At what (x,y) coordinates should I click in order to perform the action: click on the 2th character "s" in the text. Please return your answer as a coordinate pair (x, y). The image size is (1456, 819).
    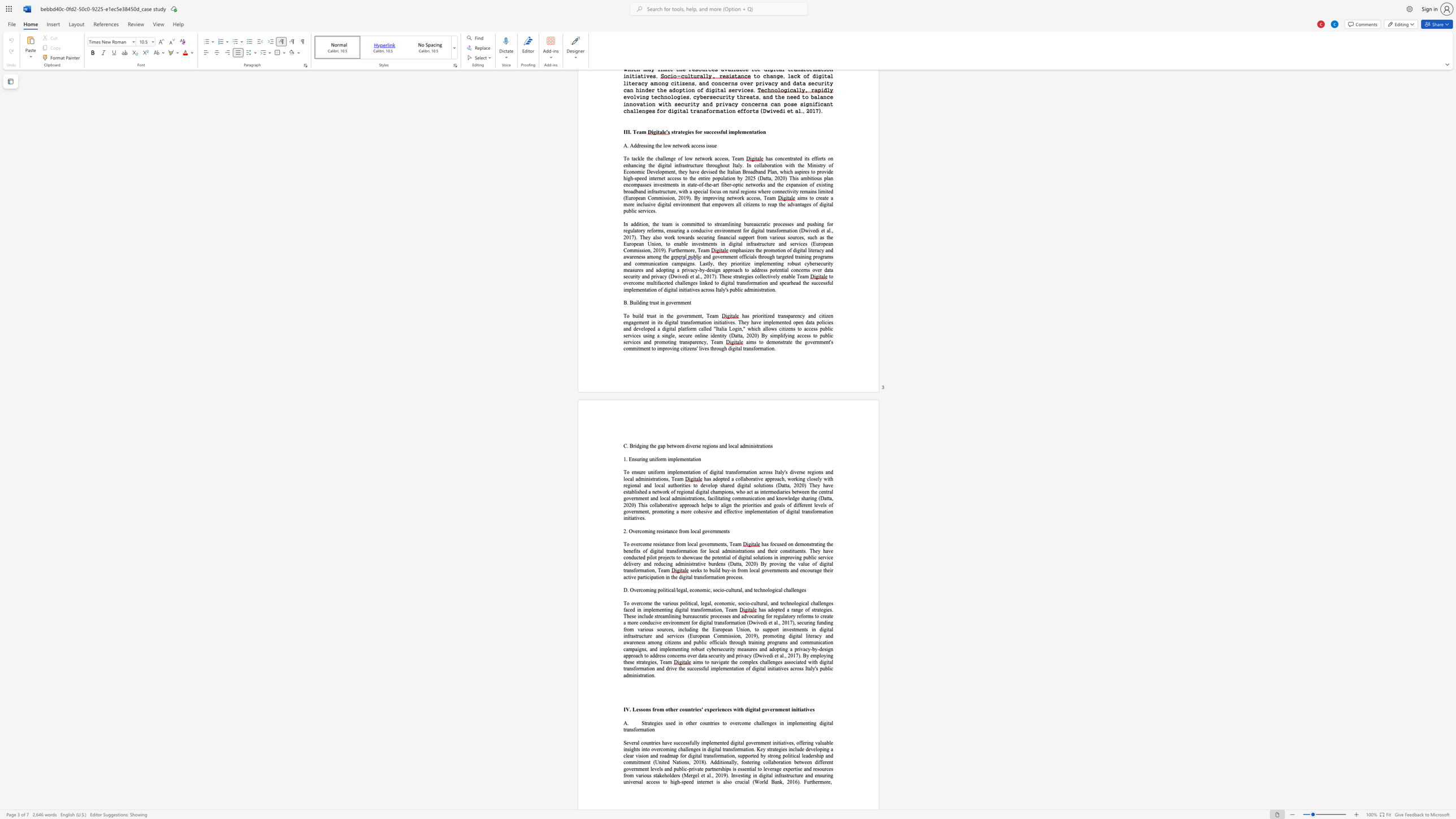
    Looking at the image, I should click on (780, 543).